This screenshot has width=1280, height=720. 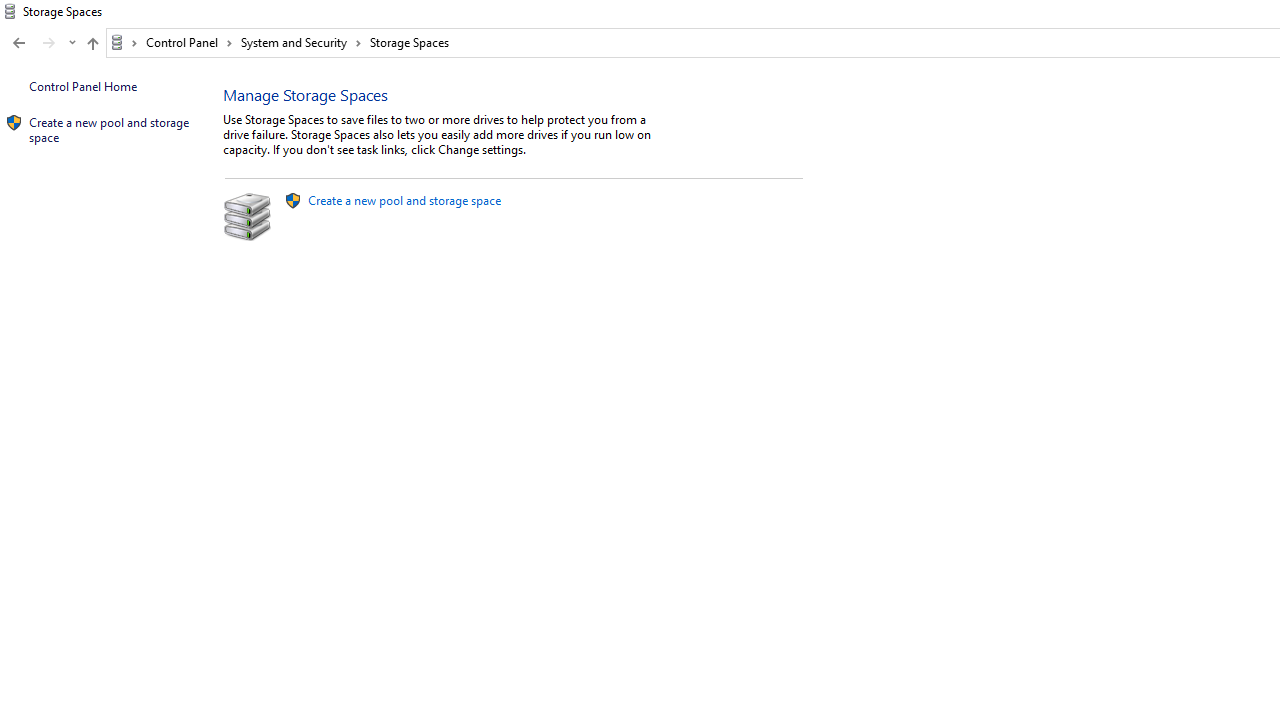 What do you see at coordinates (91, 45) in the screenshot?
I see `'Up band toolbar'` at bounding box center [91, 45].